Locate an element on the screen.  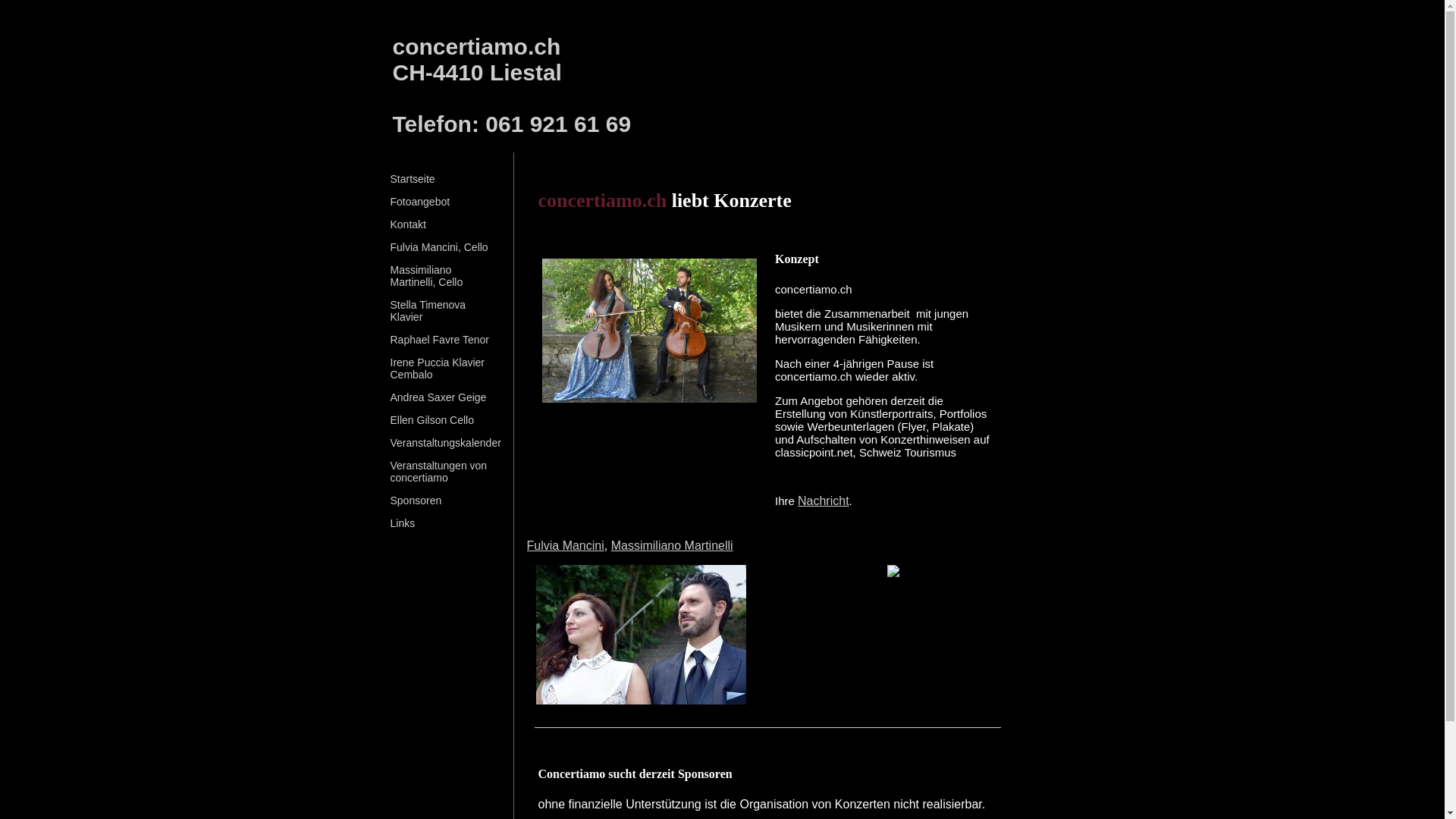
'Sponsoren' is located at coordinates (415, 506).